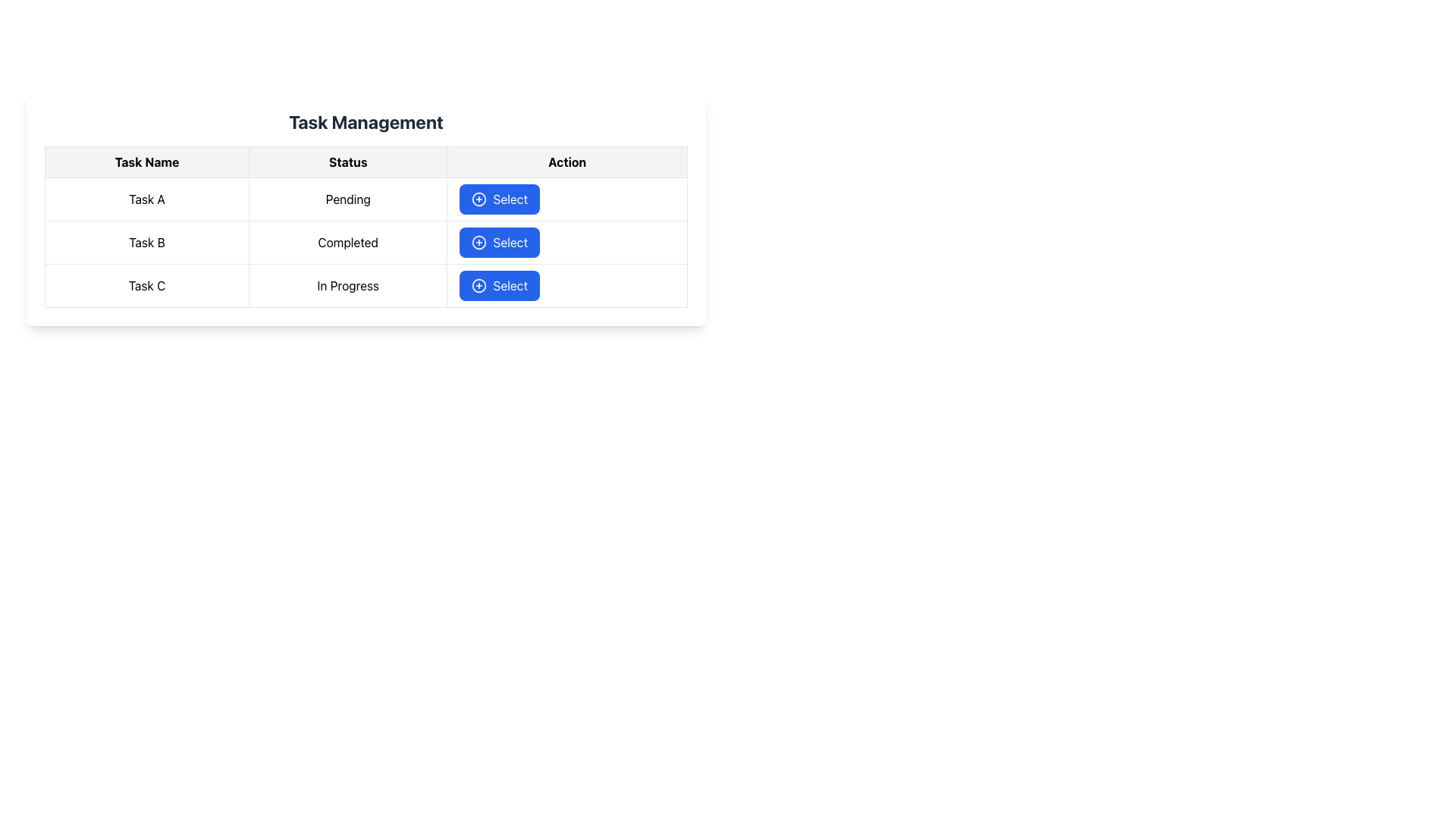 The image size is (1456, 819). I want to click on the third 'Select' button in the 'Action' column of the 'Task Management' table, so click(510, 286).